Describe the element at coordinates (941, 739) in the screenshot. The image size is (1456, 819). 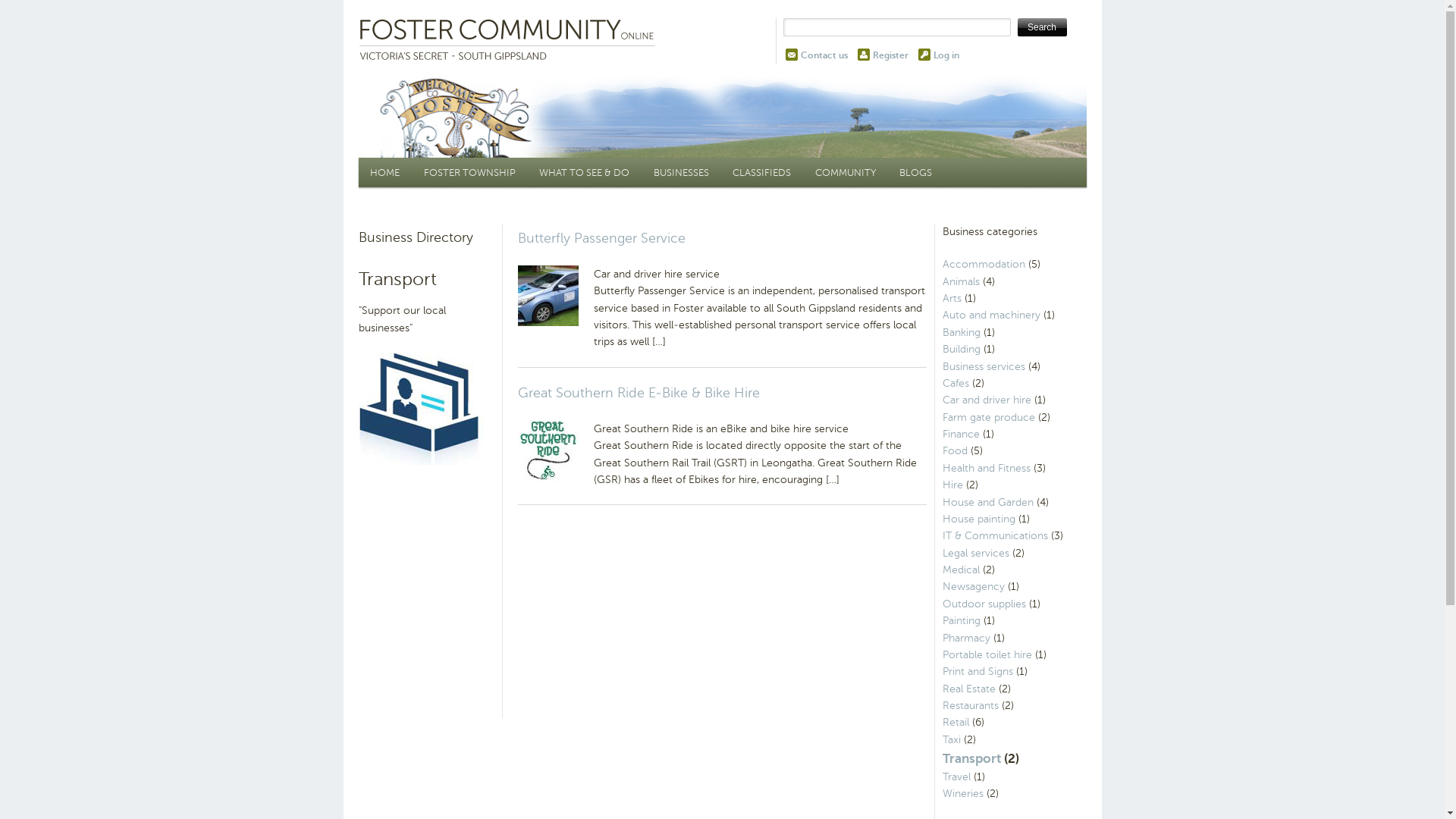
I see `'Taxi'` at that location.